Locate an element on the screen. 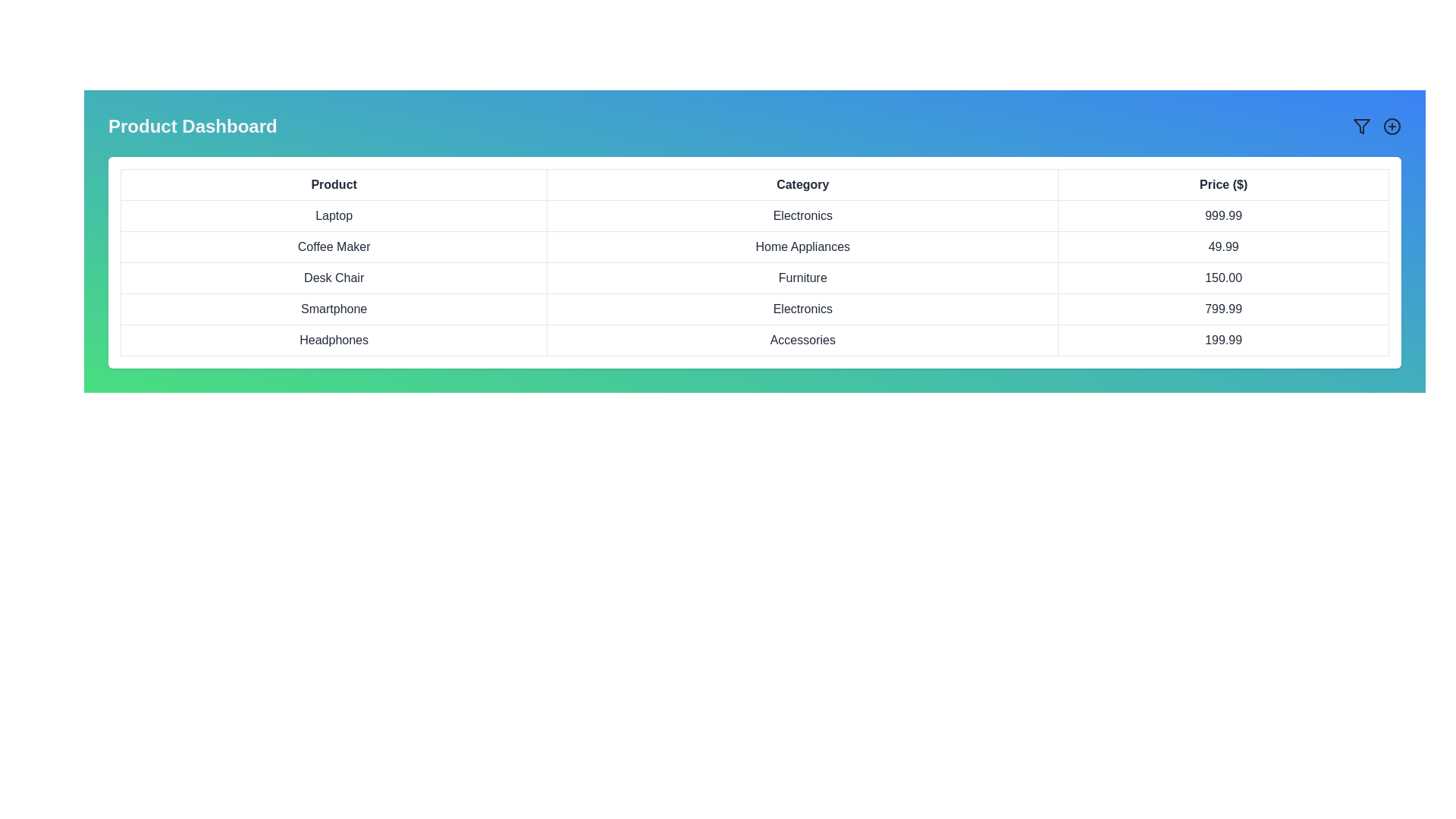 Image resolution: width=1456 pixels, height=819 pixels. the text label element displaying 'Headphones', which is the last item in the 'Product' column of the data table, aligned leftwards is located at coordinates (333, 339).